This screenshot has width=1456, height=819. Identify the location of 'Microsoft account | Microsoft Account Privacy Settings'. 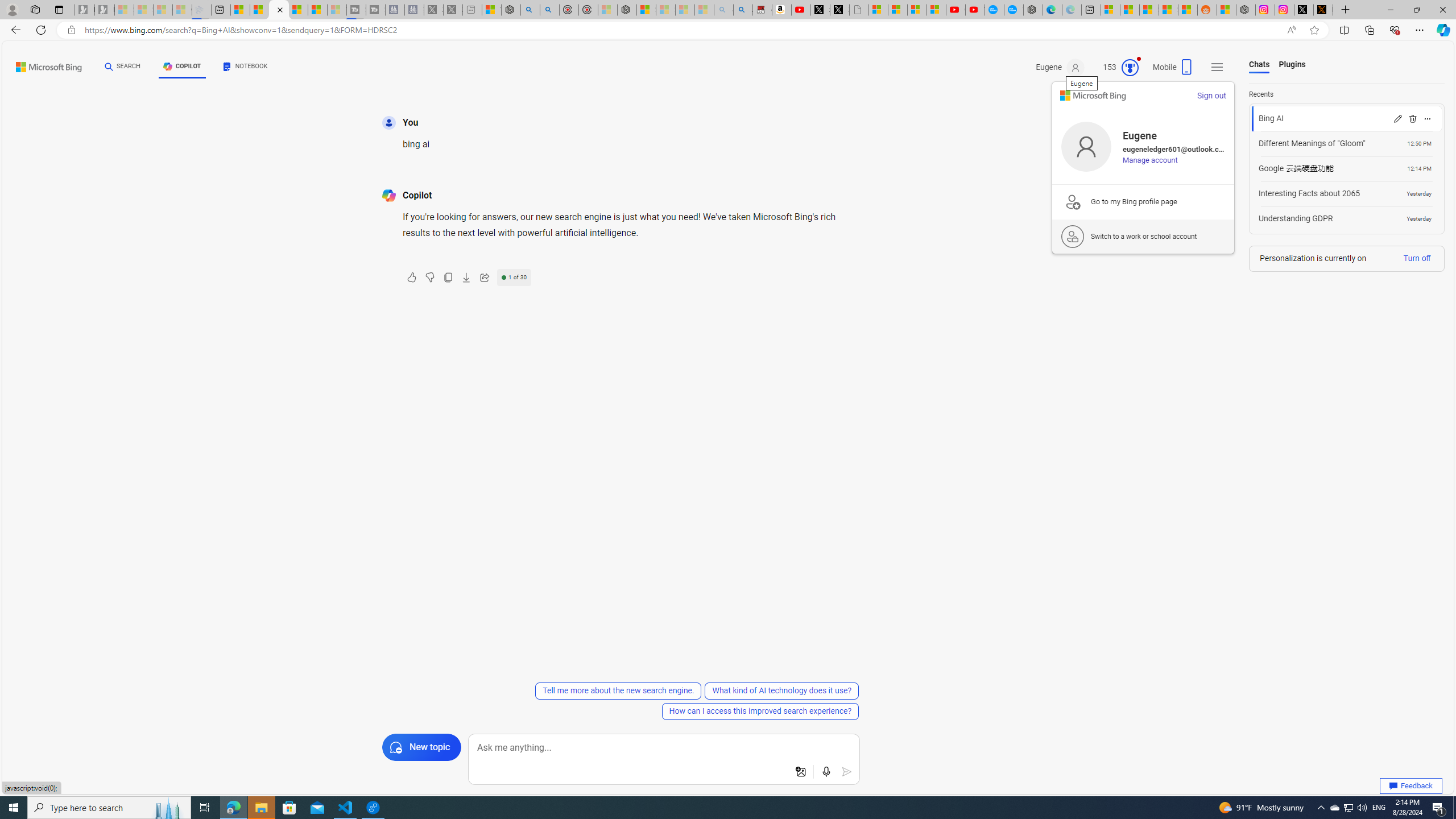
(1110, 9).